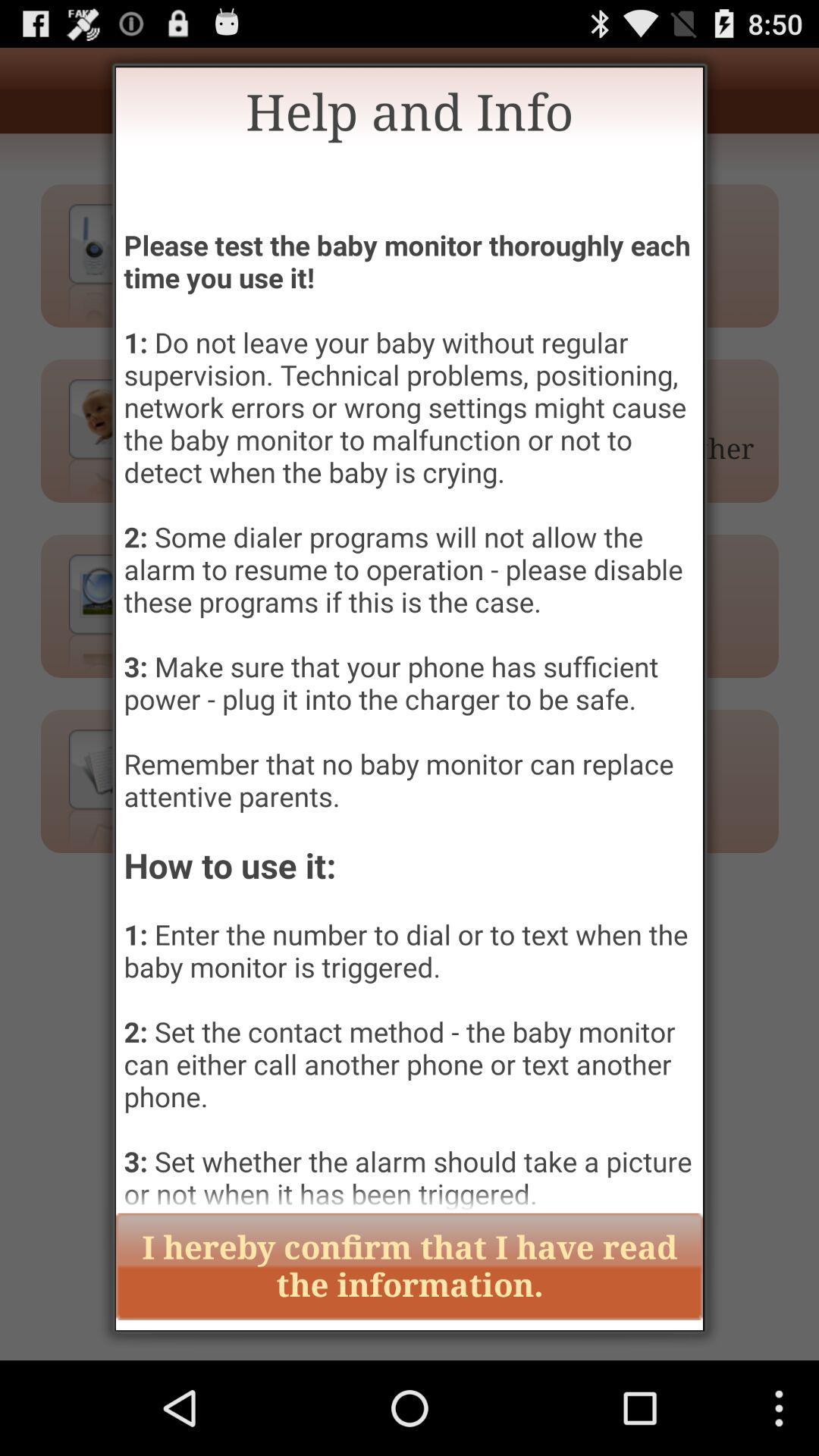  Describe the element at coordinates (409, 1266) in the screenshot. I see `the i hereby confirm item` at that location.